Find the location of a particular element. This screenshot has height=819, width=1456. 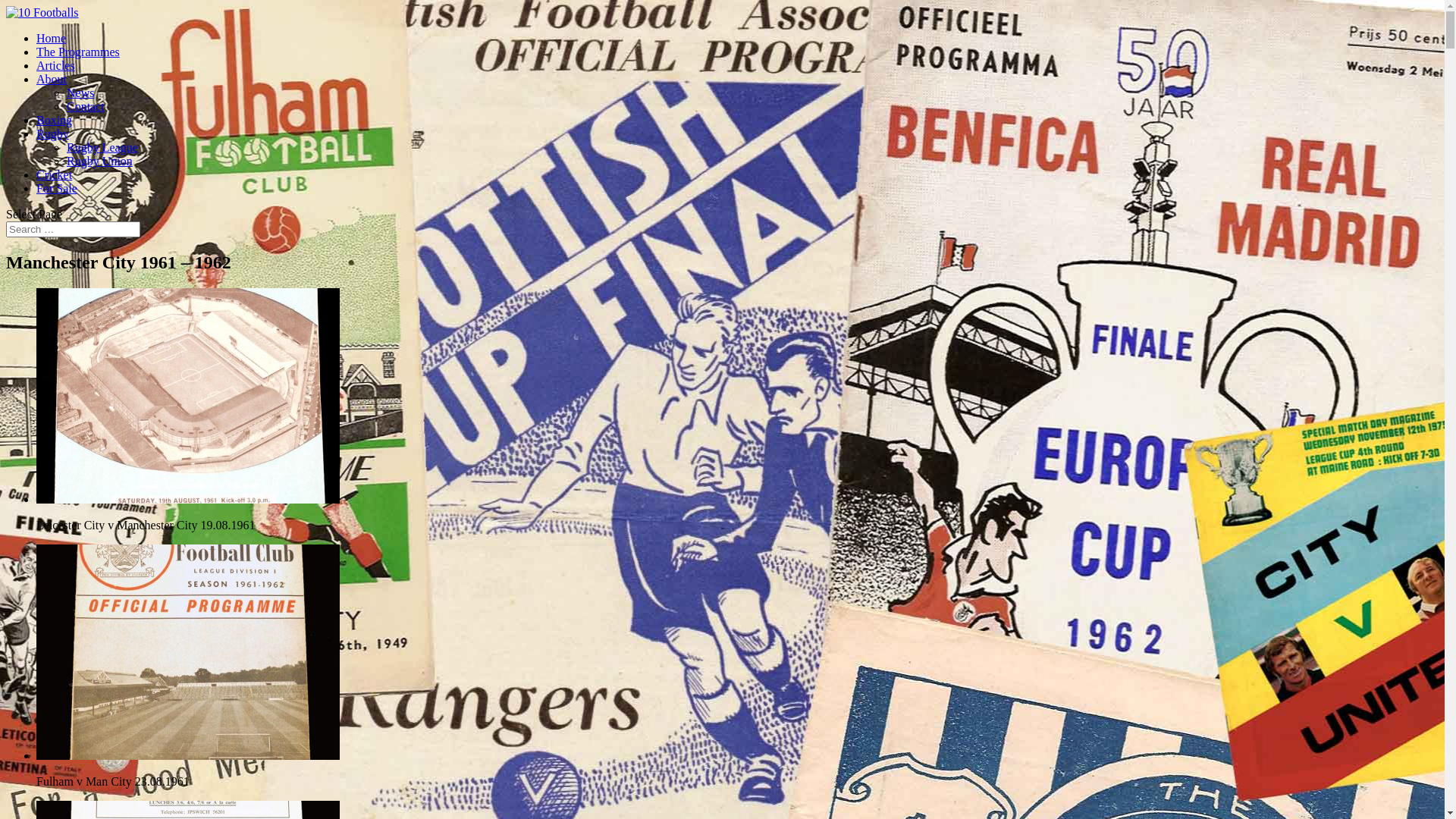

'Rugby Union' is located at coordinates (99, 161).